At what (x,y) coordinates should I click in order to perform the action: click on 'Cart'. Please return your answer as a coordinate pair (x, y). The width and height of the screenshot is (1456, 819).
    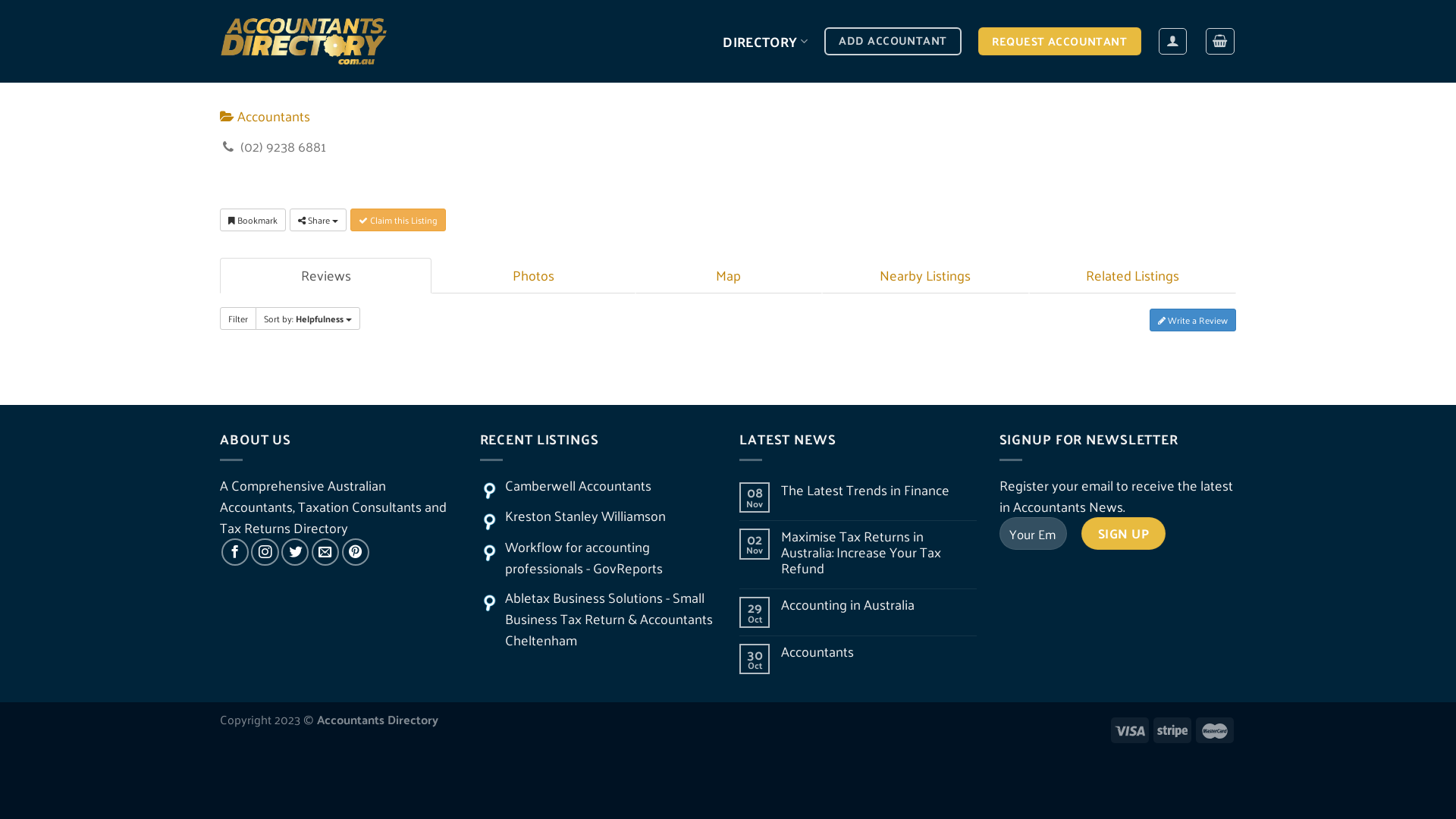
    Looking at the image, I should click on (1219, 40).